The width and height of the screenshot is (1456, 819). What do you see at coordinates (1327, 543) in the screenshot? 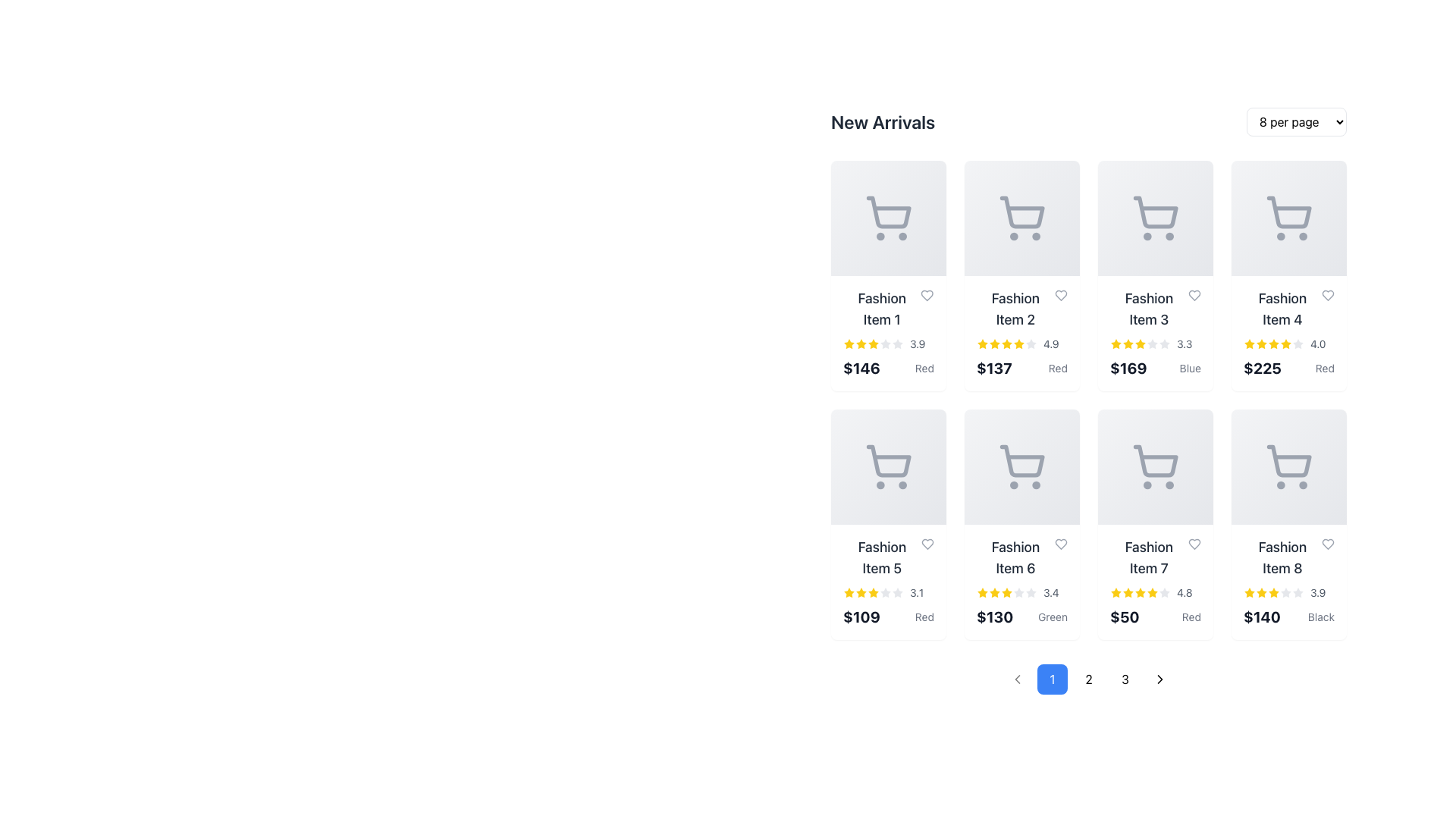
I see `the favorite/like button located to the right of the 'Fashion Item 8' title text within the card labeled 'Fashion Item 8' to change its color` at bounding box center [1327, 543].